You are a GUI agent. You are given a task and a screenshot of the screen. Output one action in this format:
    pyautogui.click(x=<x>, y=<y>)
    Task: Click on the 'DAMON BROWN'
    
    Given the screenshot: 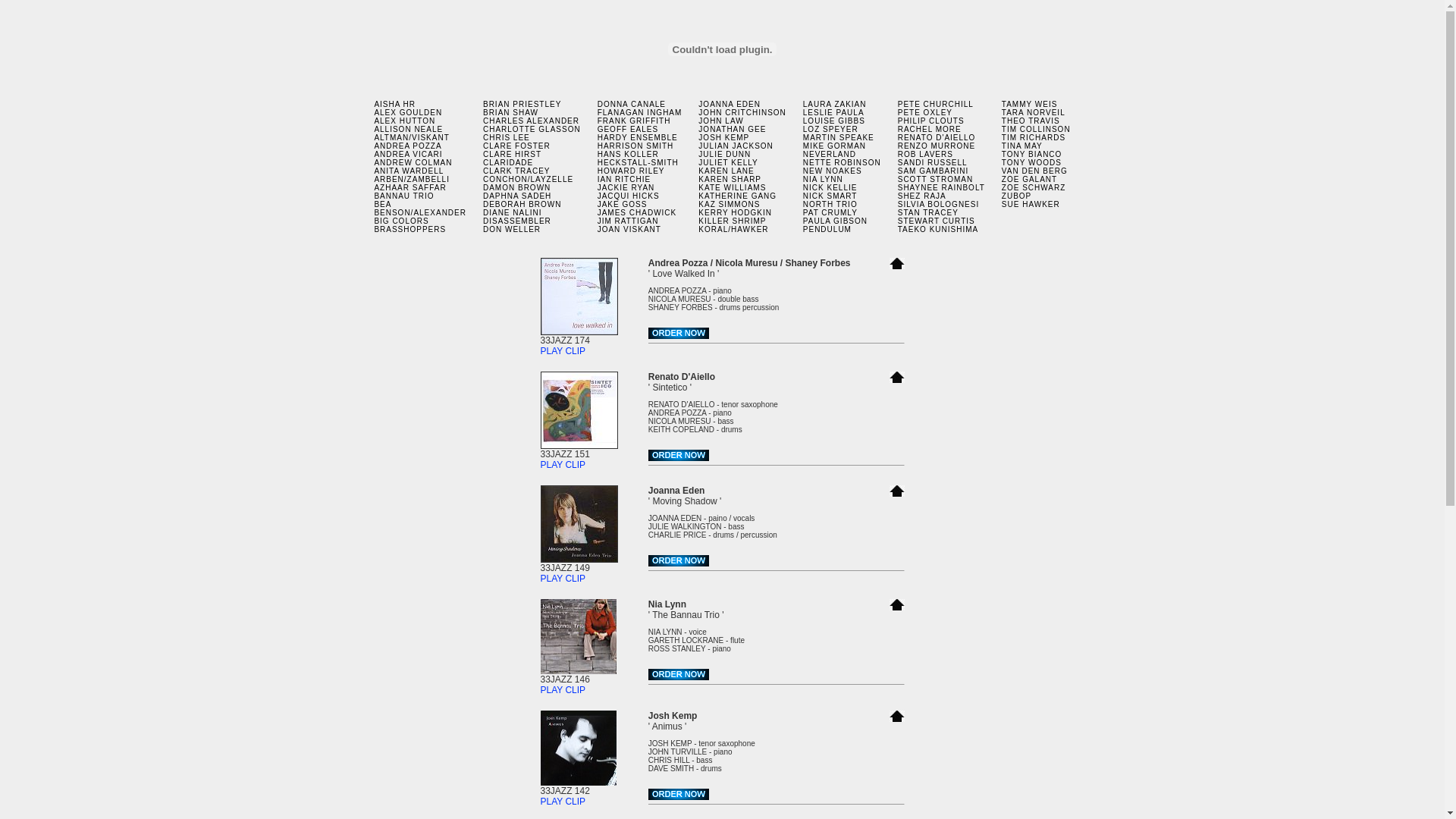 What is the action you would take?
    pyautogui.click(x=516, y=187)
    